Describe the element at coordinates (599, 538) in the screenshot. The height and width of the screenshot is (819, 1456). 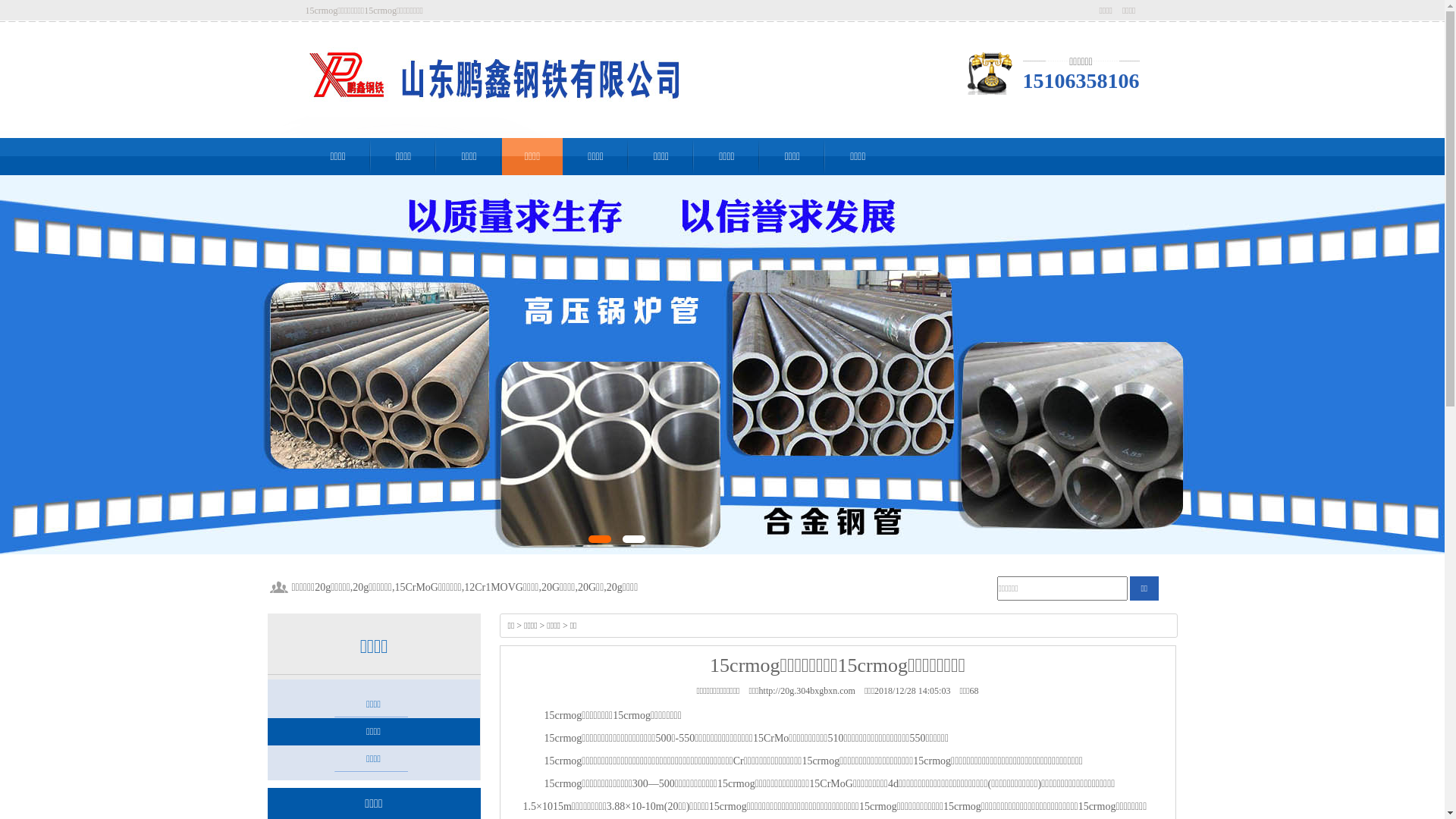
I see `'1'` at that location.